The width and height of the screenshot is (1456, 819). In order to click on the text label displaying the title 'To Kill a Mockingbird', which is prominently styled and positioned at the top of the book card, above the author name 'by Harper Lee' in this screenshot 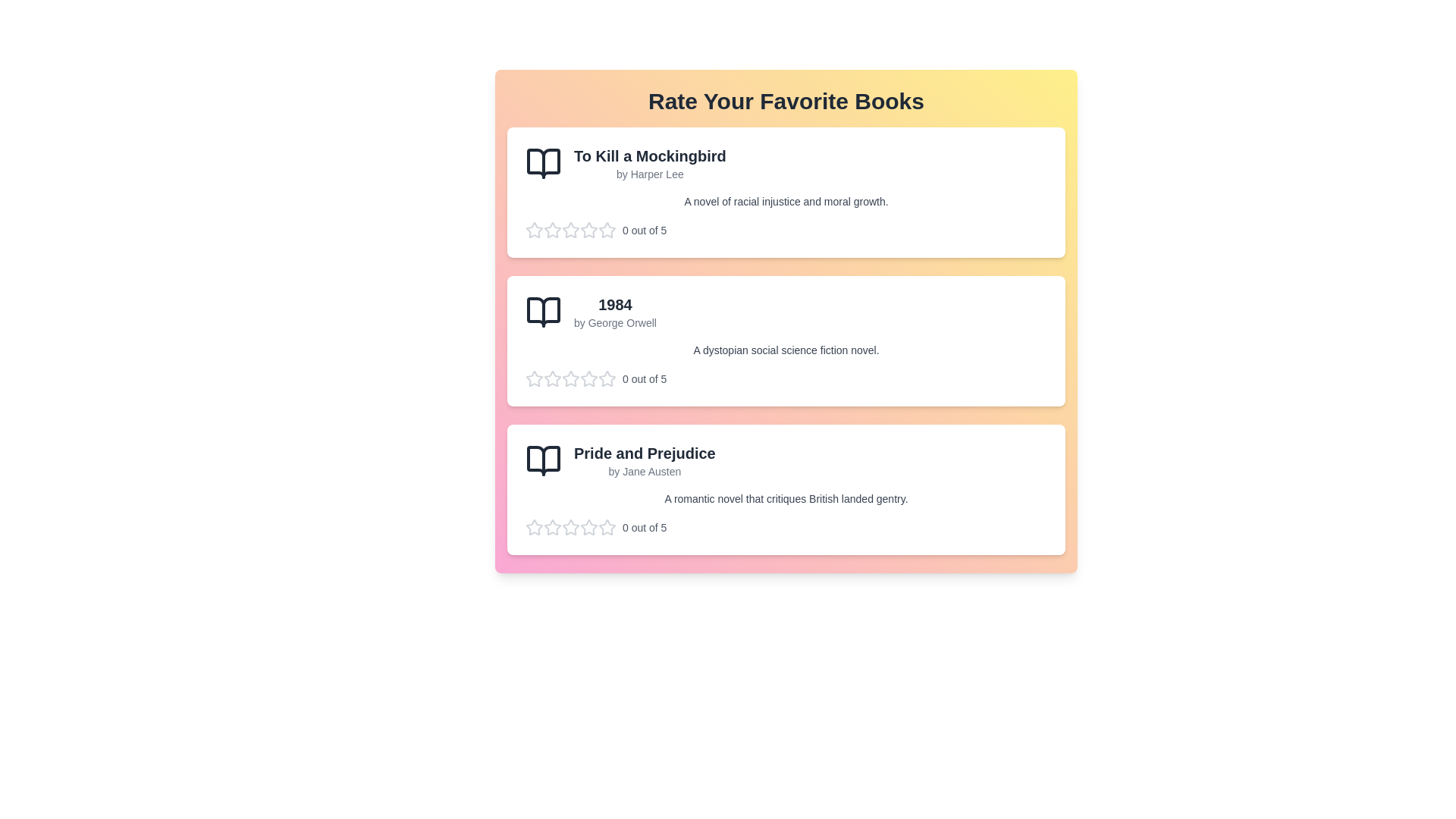, I will do `click(650, 155)`.